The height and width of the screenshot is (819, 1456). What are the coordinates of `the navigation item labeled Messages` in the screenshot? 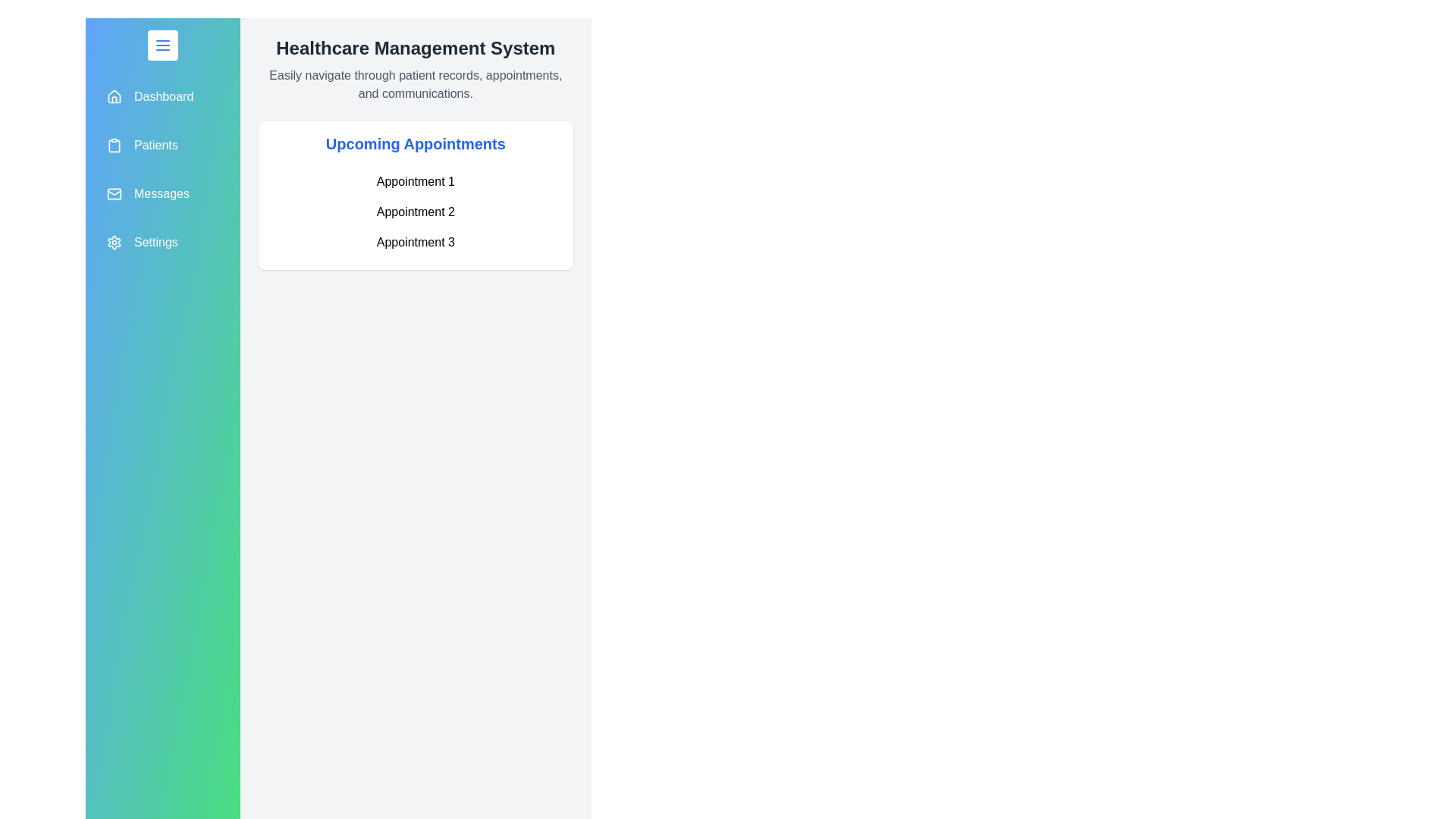 It's located at (162, 193).